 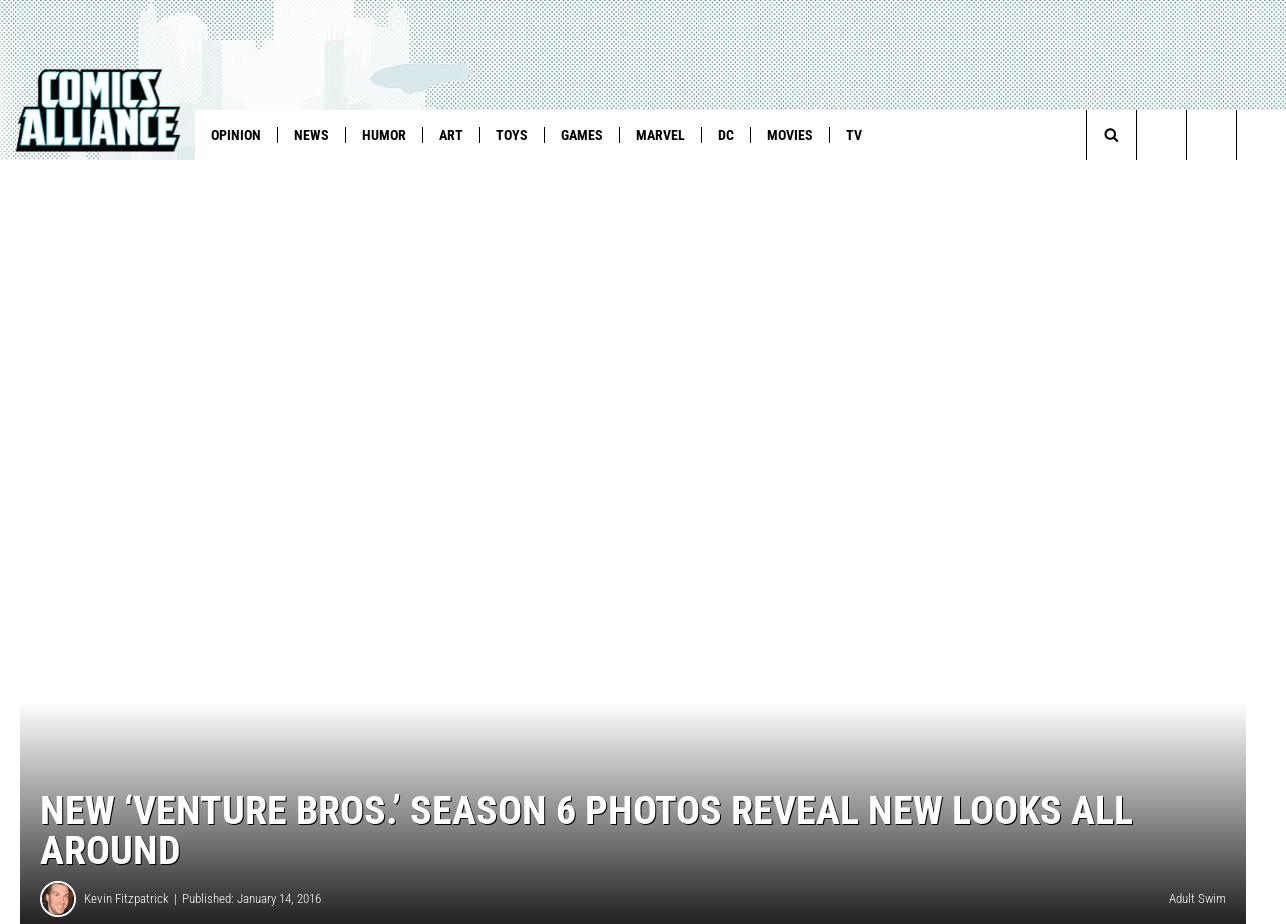 I want to click on 'New ‘Venture Bros.’ Season 6 Photos Reveal New Looks All Around', so click(x=585, y=862).